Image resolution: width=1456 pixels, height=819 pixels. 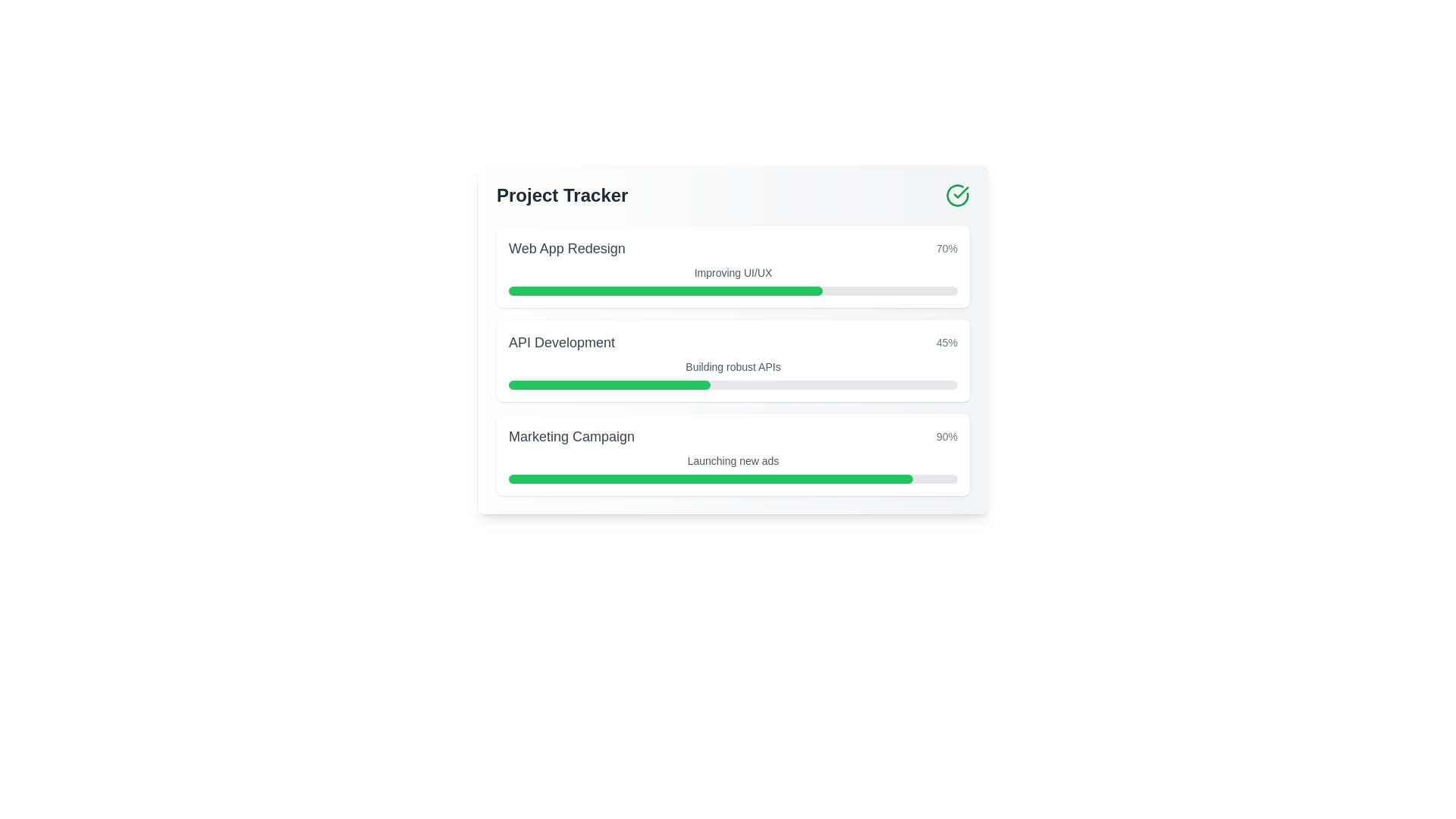 I want to click on the 'Improving UI/UX' label text, which is located below the progress text and above the green progress bar in the 'Web App Redesign' section of the project tracker interface, so click(x=733, y=271).